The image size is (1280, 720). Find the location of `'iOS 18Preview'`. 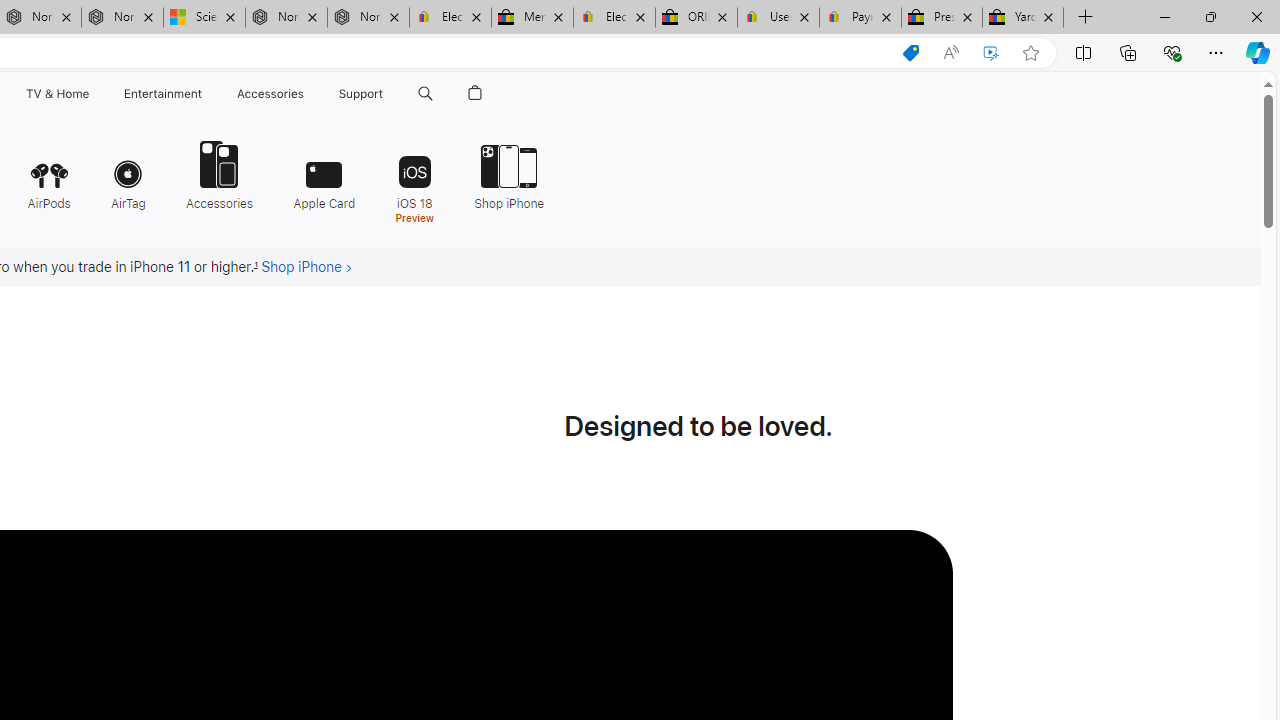

'iOS 18Preview' is located at coordinates (413, 180).